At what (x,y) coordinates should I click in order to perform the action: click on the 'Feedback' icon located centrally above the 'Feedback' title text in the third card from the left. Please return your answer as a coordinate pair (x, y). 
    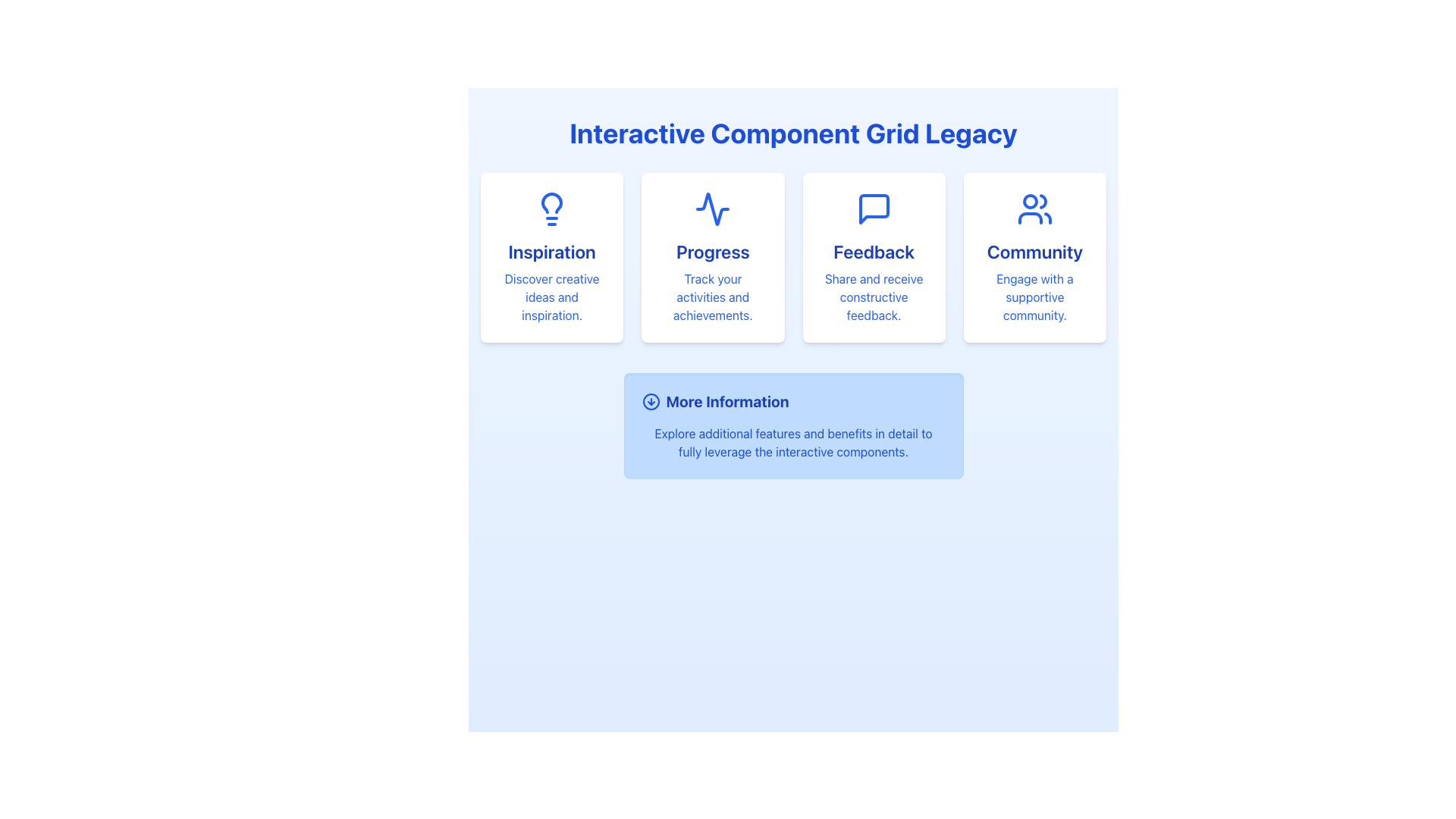
    Looking at the image, I should click on (874, 209).